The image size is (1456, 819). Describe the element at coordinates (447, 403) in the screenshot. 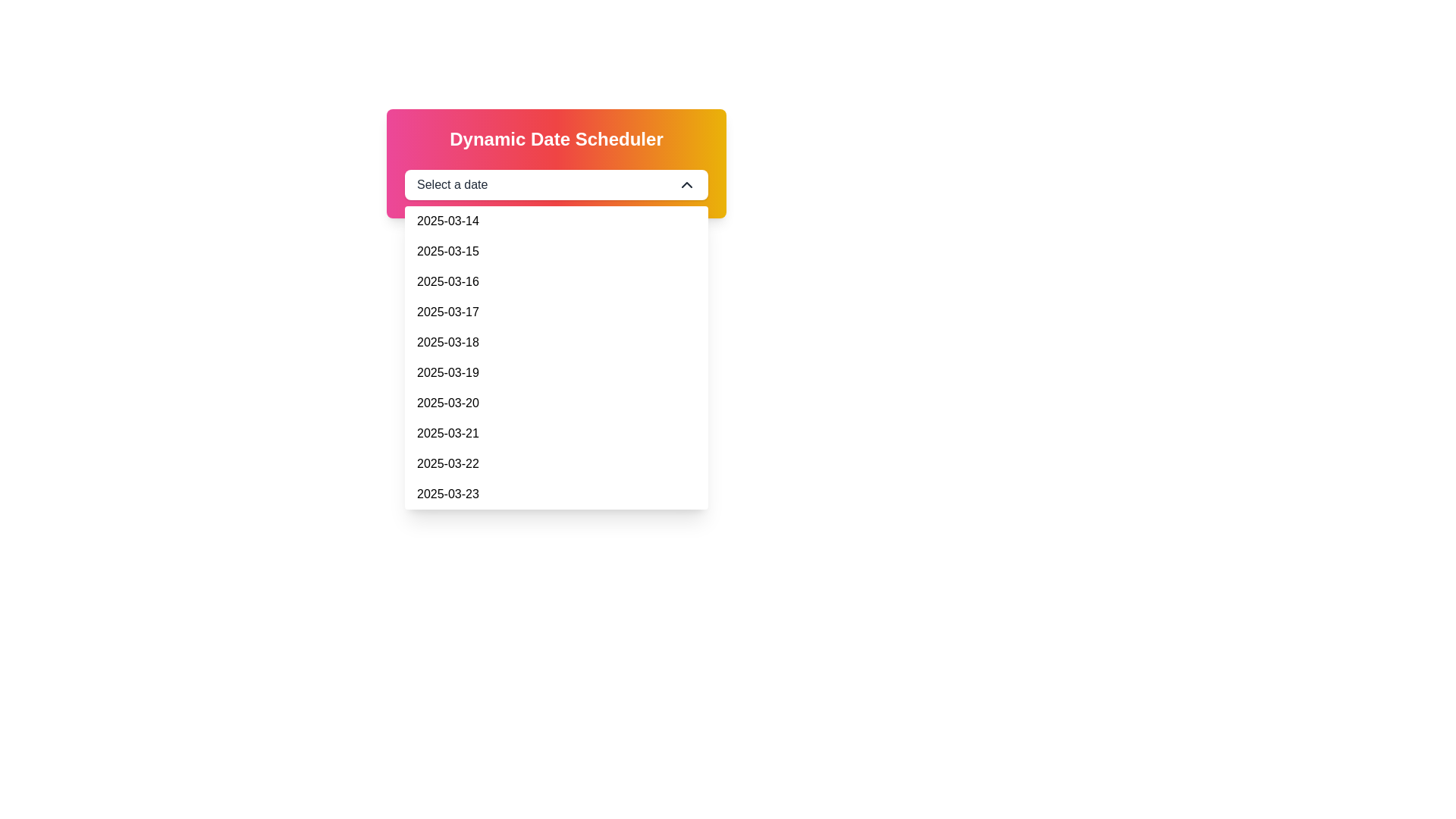

I see `the seventh selectable date option in the dropdown menu labeled 'Select a date' to set it to '2025-03-20'` at that location.